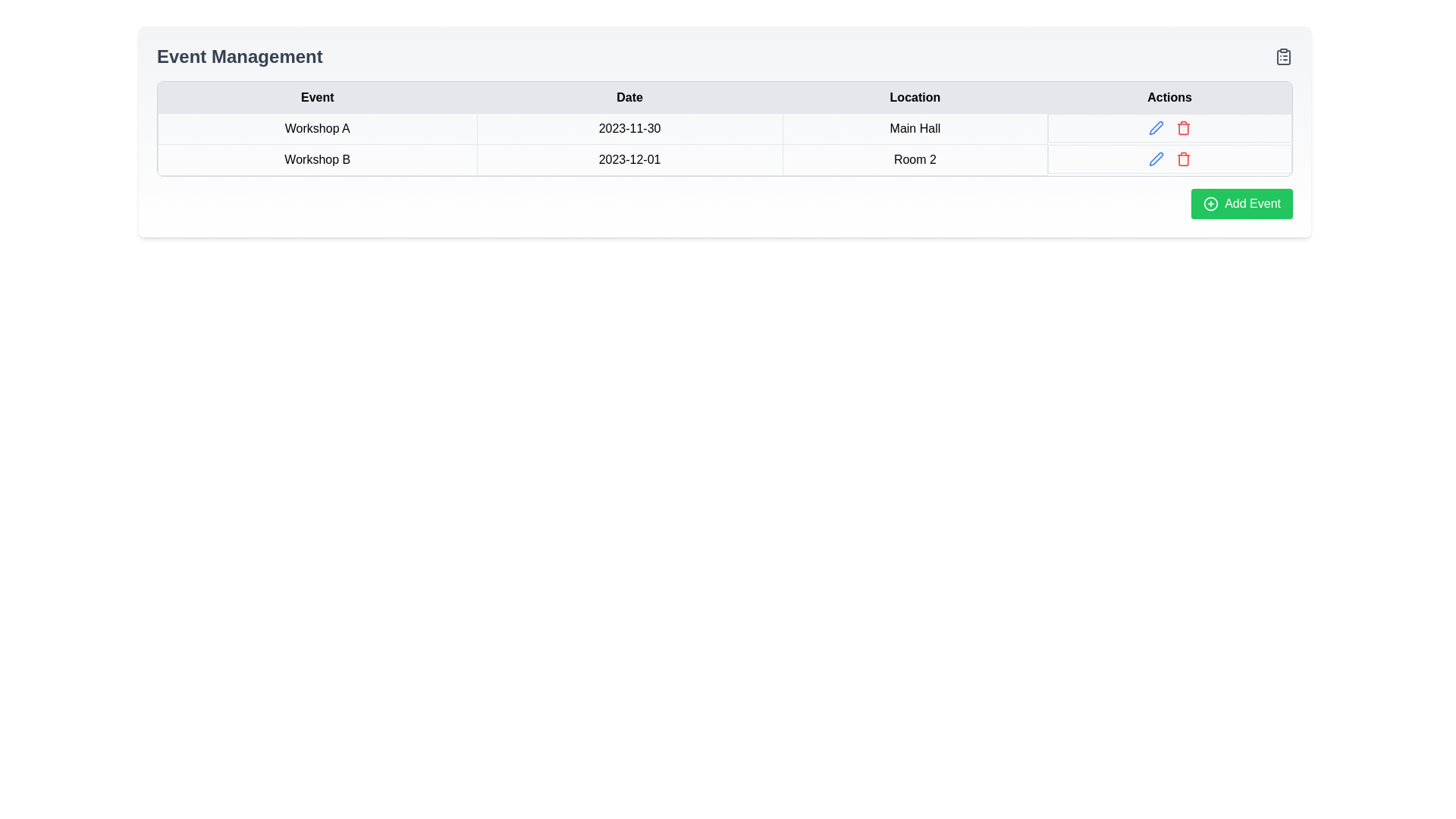 This screenshot has width=1456, height=819. What do you see at coordinates (1210, 203) in the screenshot?
I see `the circular outline SVG graphic component which is part of an icon located to the left of the 'Add Event' button at the bottom right corner of the interface` at bounding box center [1210, 203].